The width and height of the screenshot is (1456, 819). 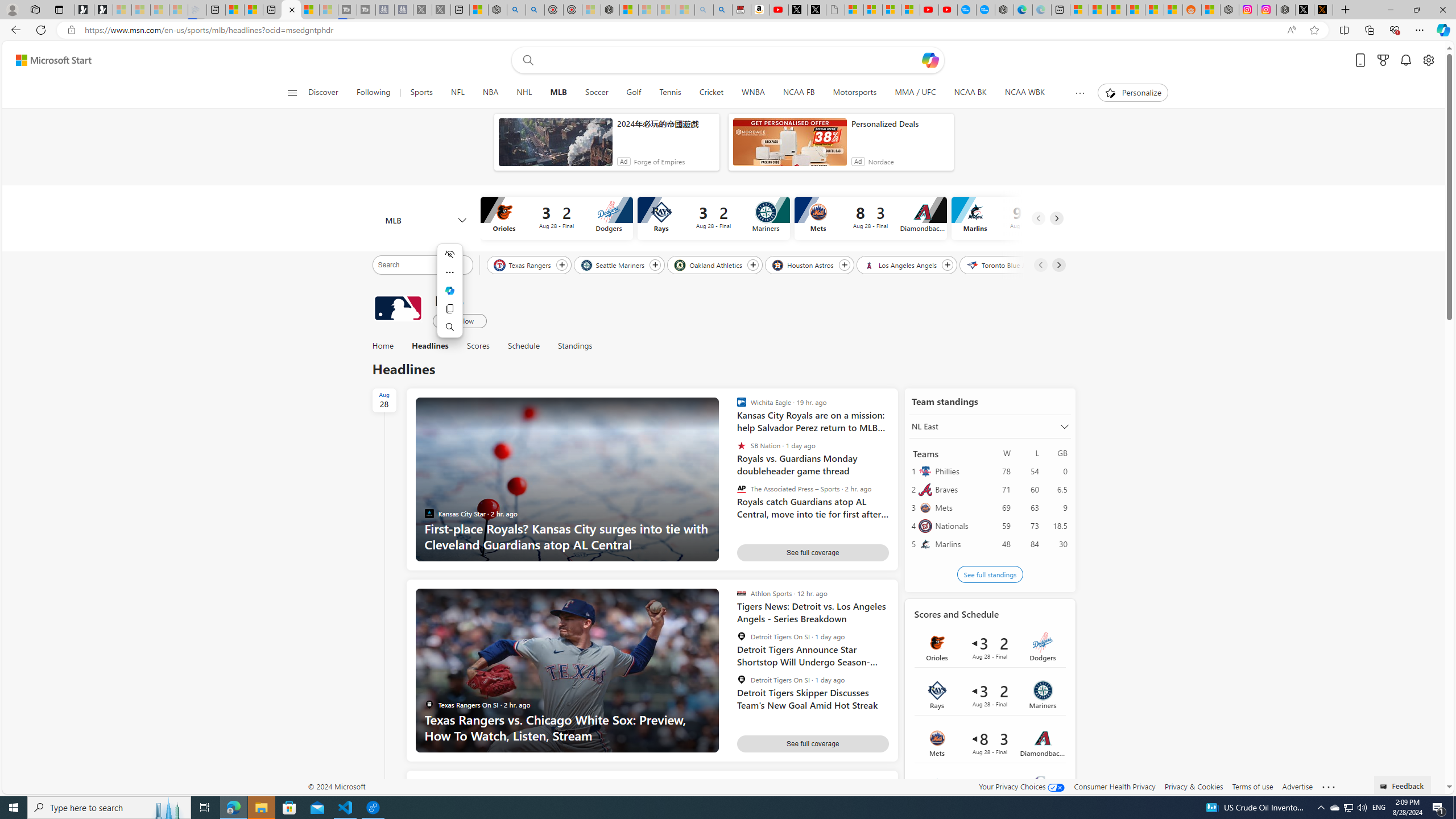 What do you see at coordinates (523, 346) in the screenshot?
I see `'Schedule'` at bounding box center [523, 346].